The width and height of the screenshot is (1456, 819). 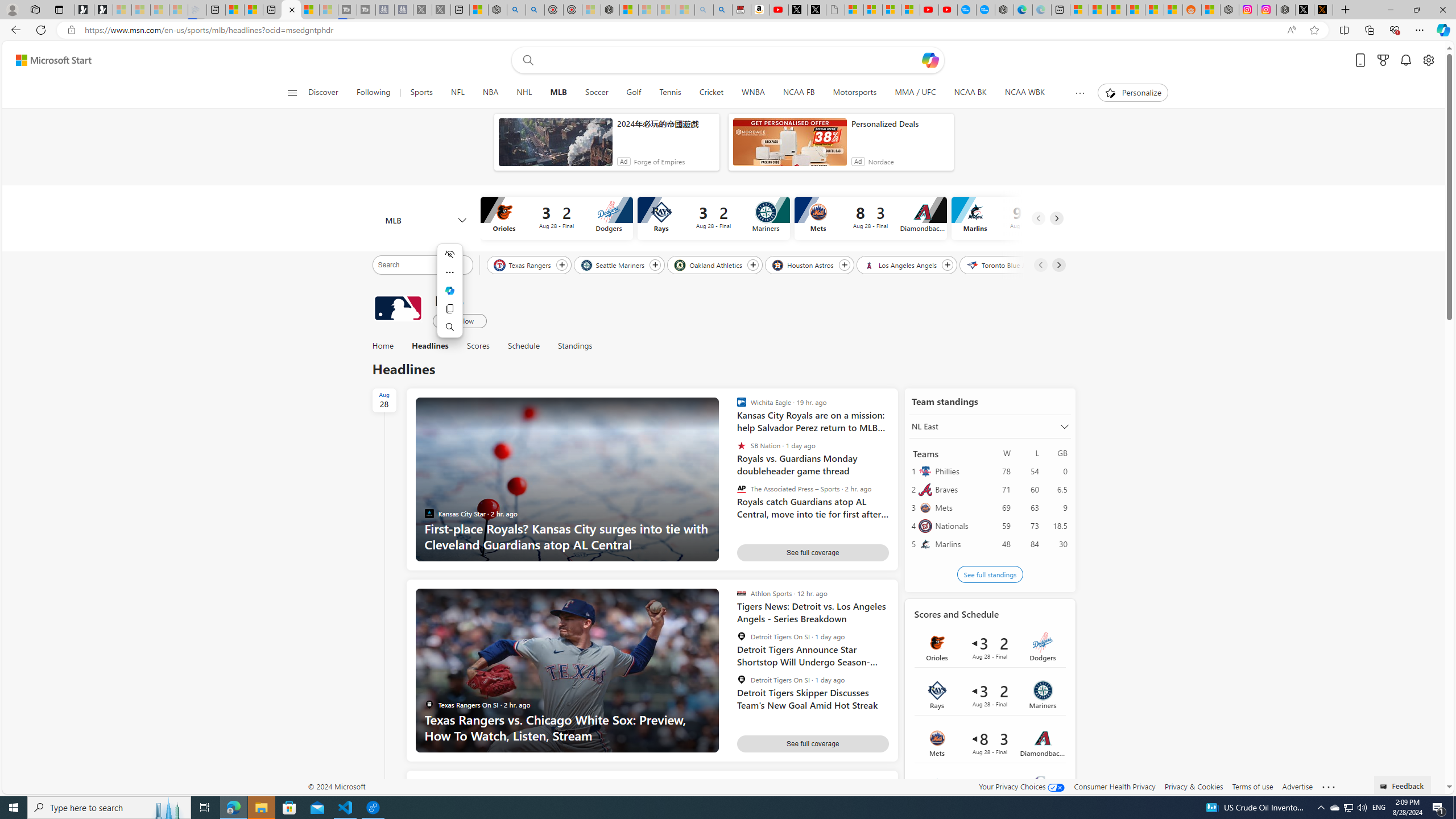 What do you see at coordinates (523, 346) in the screenshot?
I see `'Schedule'` at bounding box center [523, 346].